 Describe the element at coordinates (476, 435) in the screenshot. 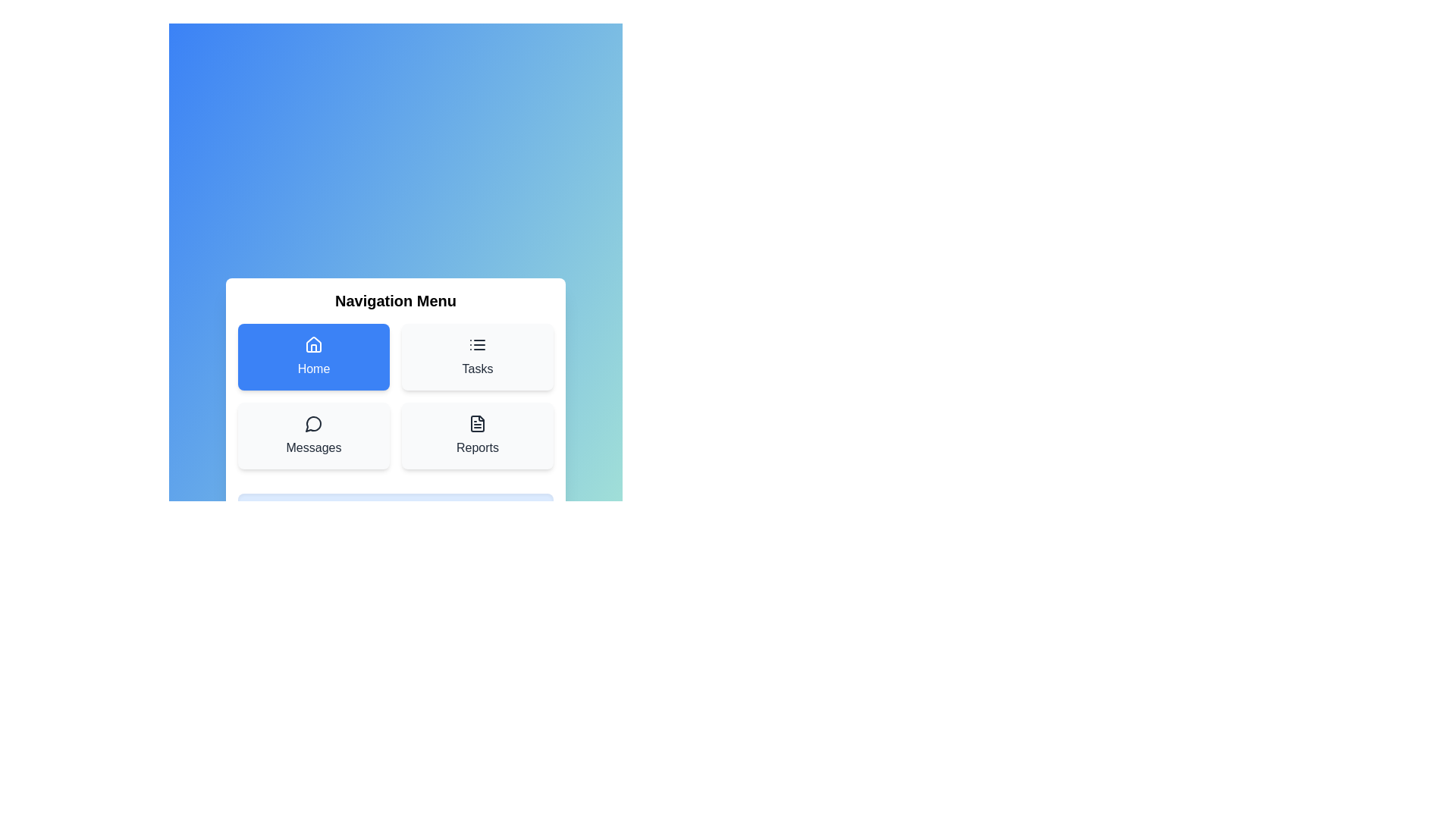

I see `the menu item Reports to display its details` at that location.